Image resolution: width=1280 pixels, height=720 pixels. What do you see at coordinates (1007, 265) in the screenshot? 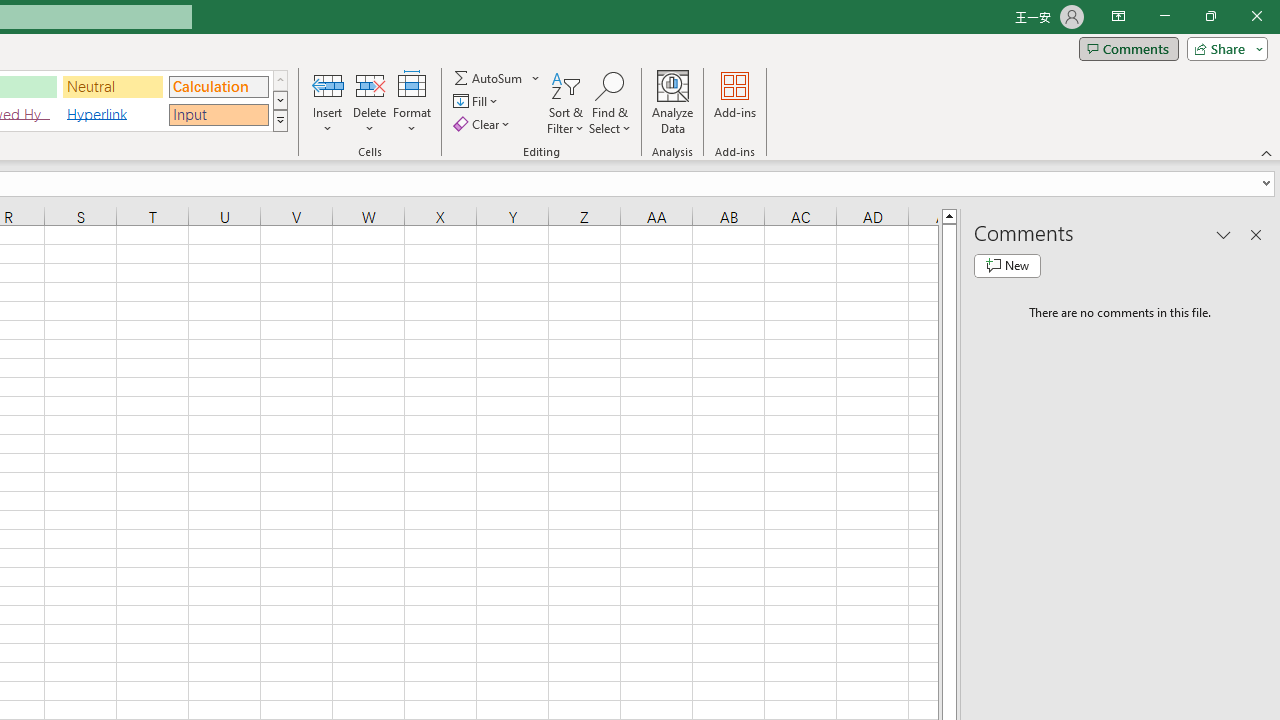
I see `'New comment'` at bounding box center [1007, 265].